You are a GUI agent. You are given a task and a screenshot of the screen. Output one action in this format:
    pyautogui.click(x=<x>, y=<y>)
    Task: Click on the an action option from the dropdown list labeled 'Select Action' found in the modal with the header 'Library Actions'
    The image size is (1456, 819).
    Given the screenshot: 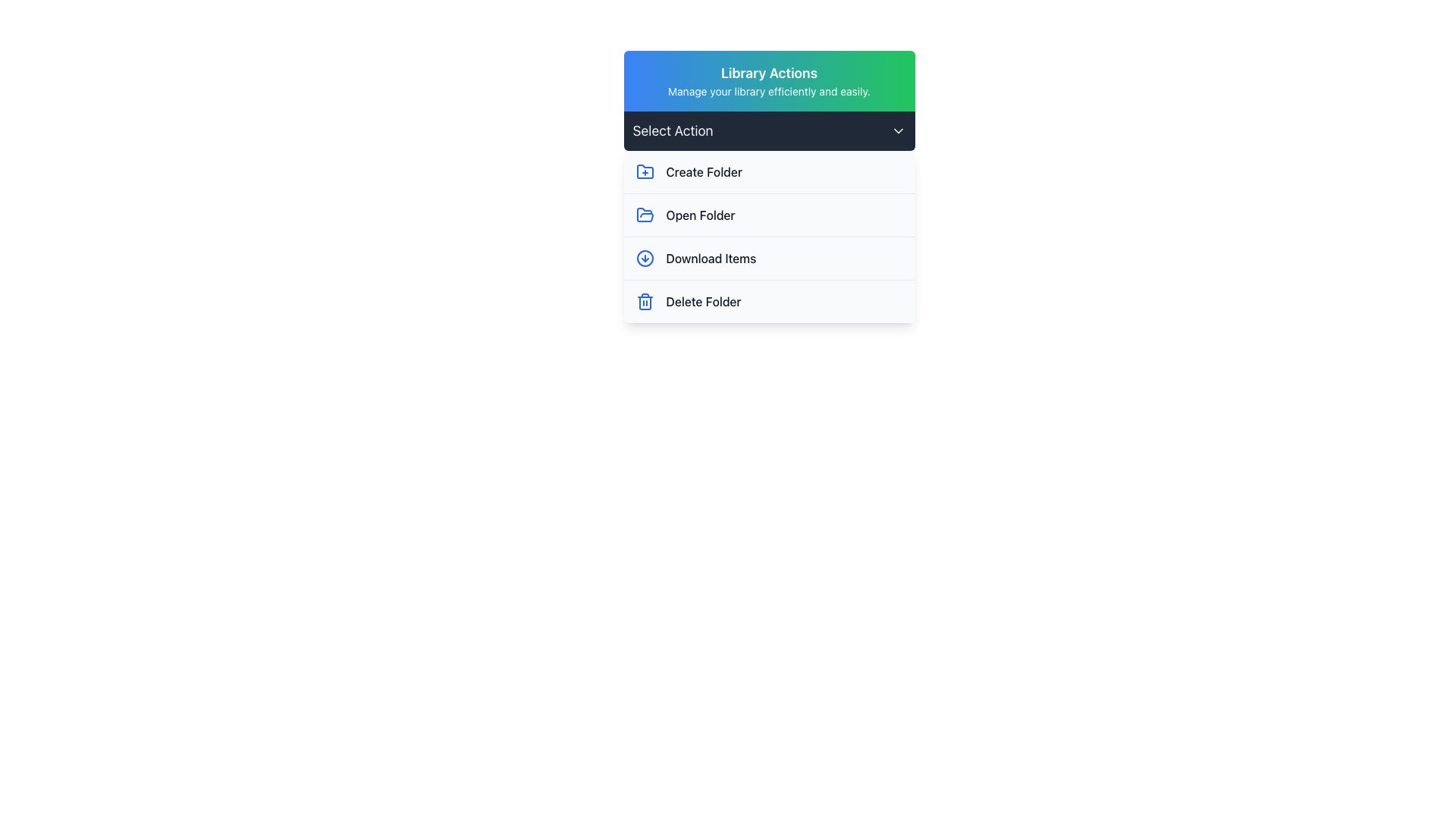 What is the action you would take?
    pyautogui.click(x=769, y=186)
    